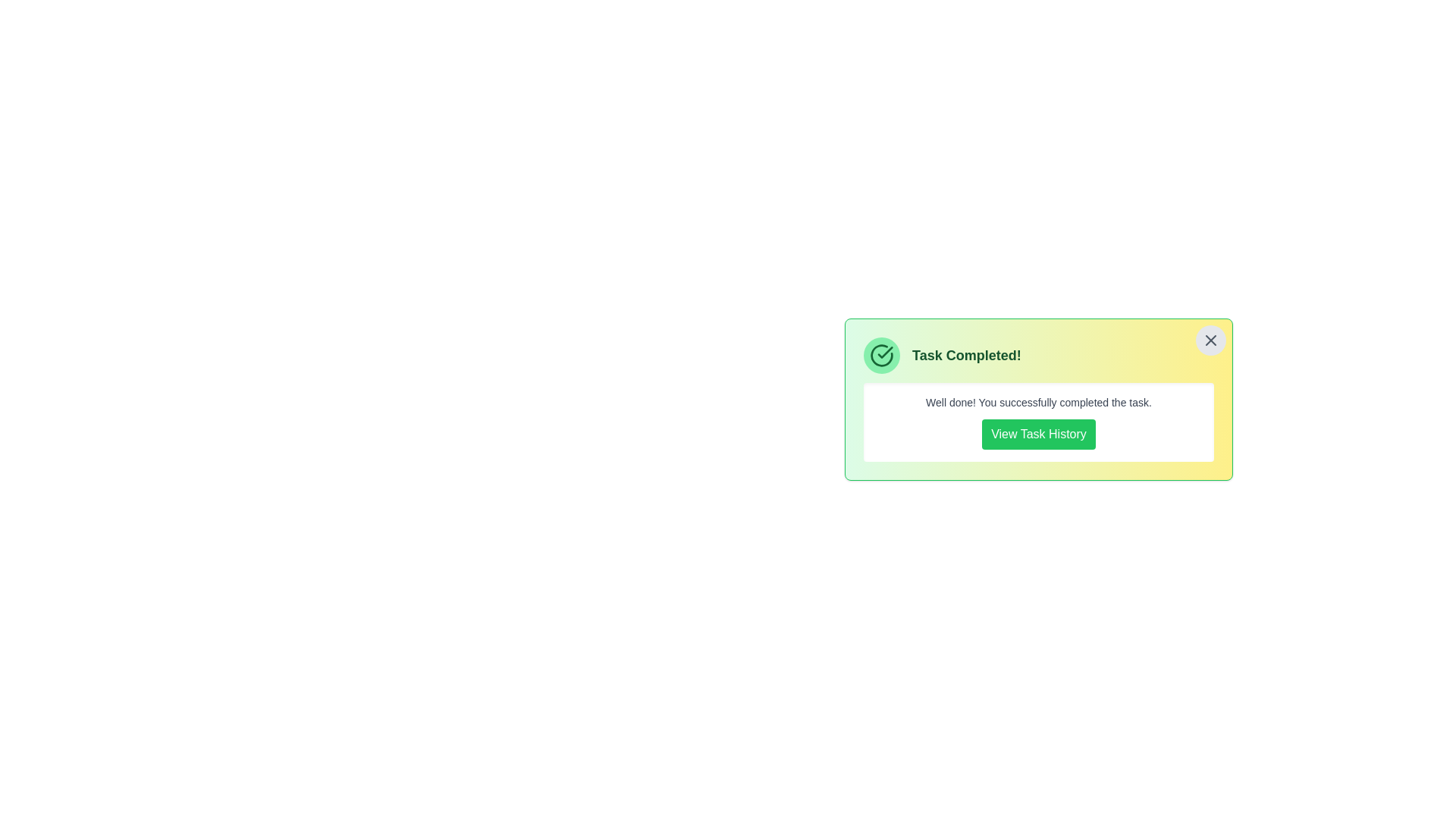  I want to click on 'View Task History' button, so click(1037, 435).